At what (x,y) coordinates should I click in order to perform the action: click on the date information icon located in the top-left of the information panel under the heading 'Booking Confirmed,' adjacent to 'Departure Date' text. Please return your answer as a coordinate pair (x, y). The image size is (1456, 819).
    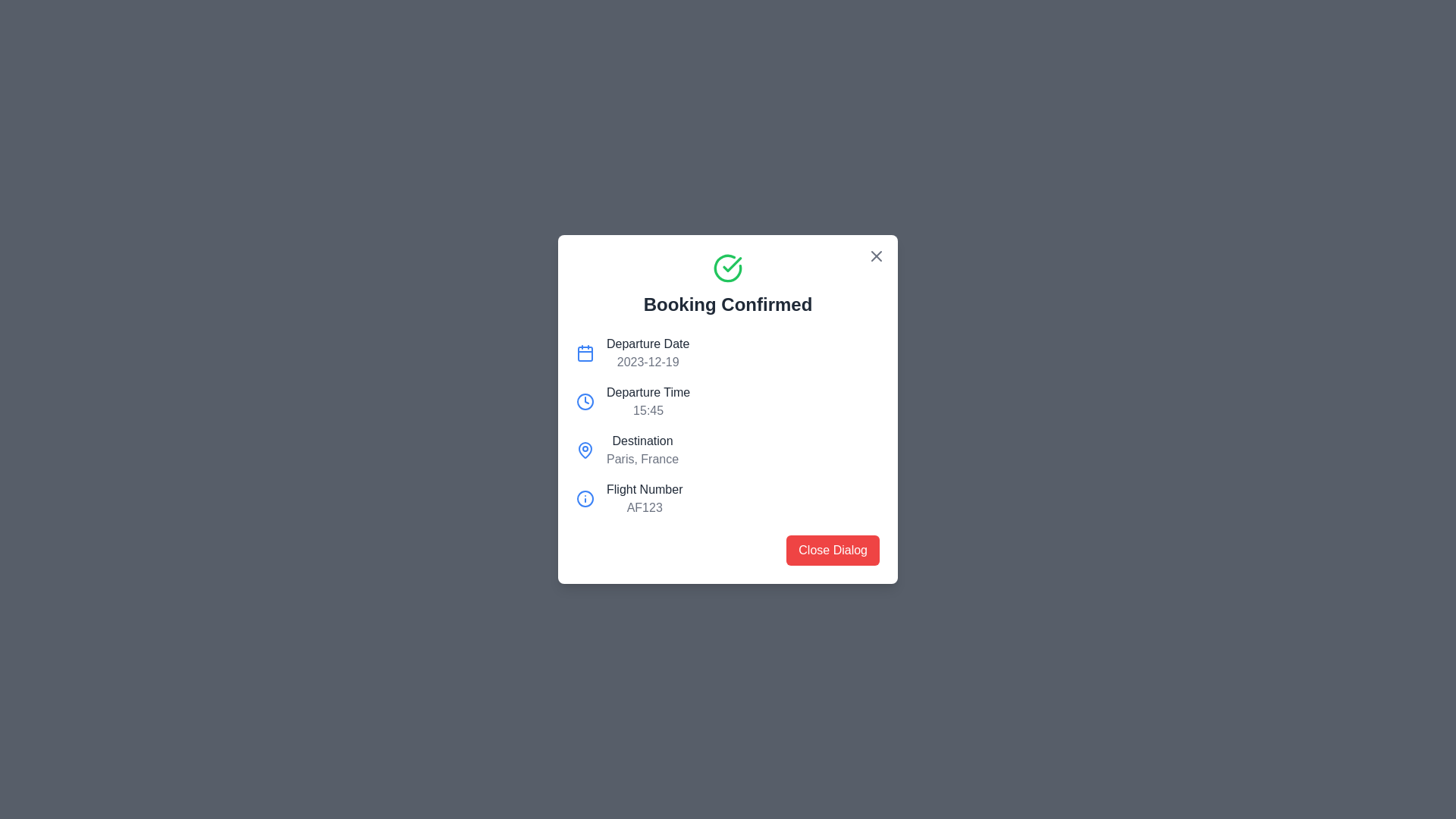
    Looking at the image, I should click on (585, 353).